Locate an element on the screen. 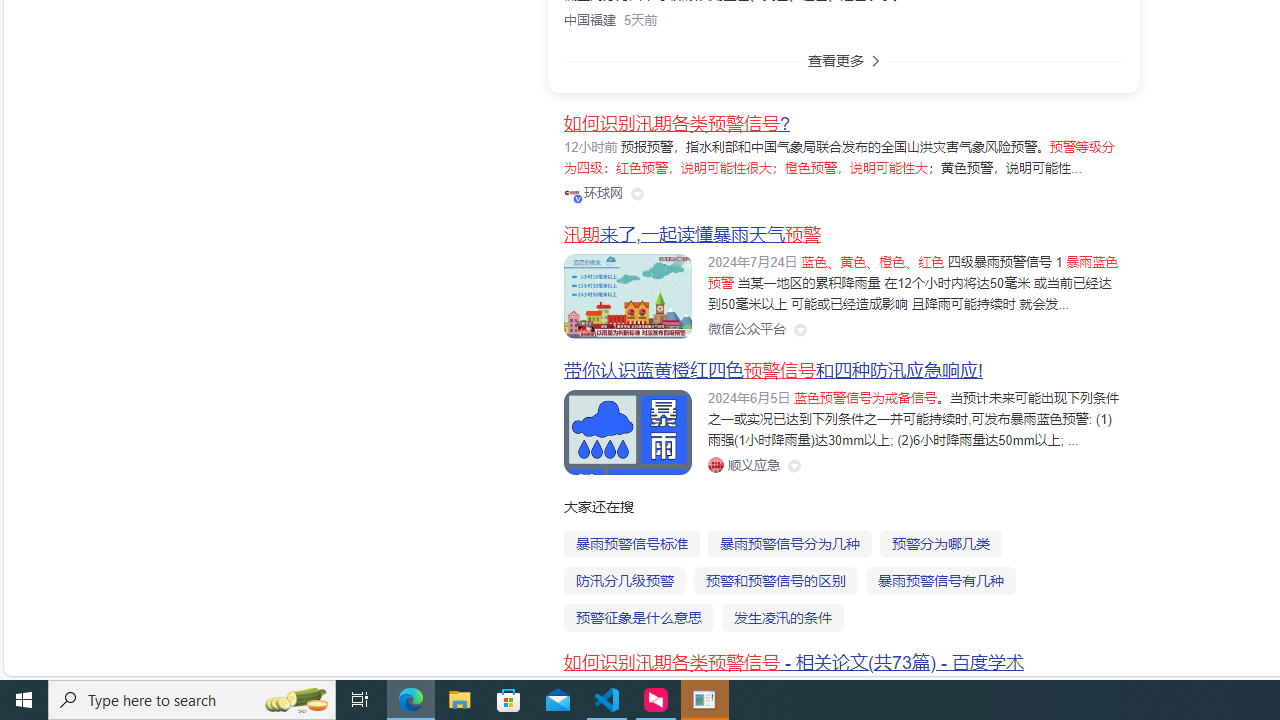 This screenshot has width=1280, height=720. 'Class: siteLink_9TPP3' is located at coordinates (742, 465).